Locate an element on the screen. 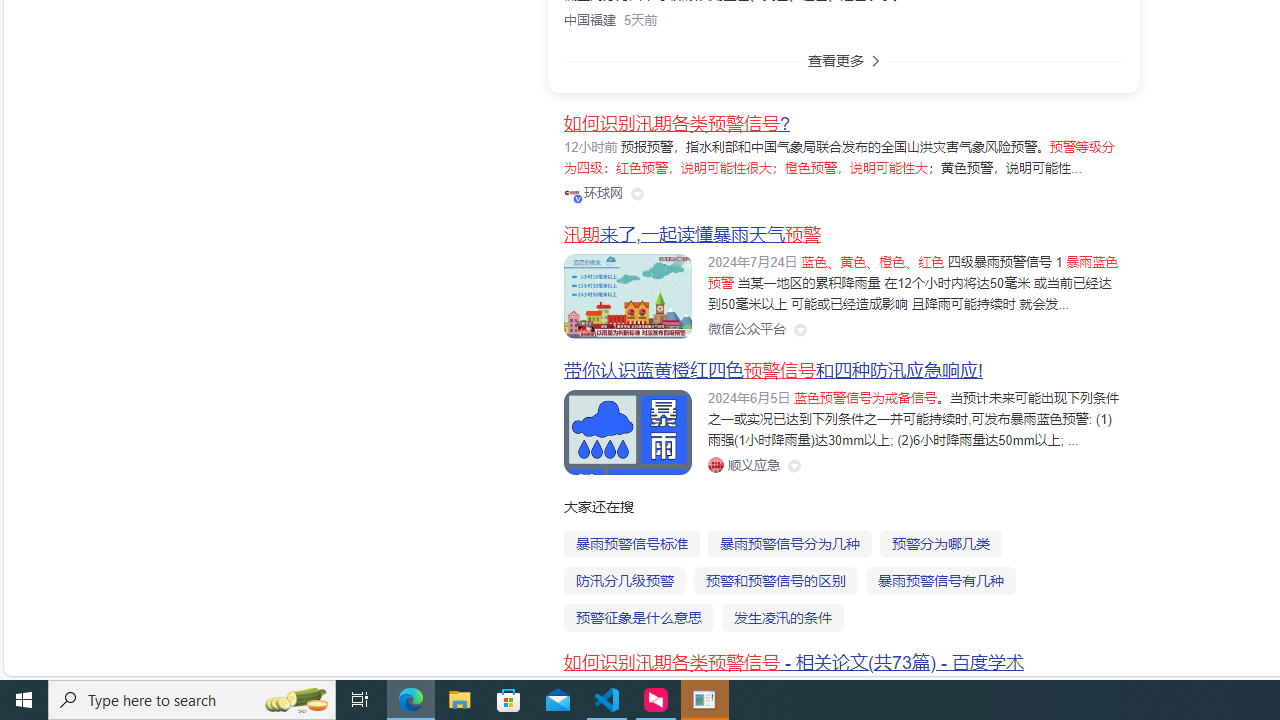 This screenshot has width=1280, height=720. 'Class: siteLink_9TPP3' is located at coordinates (742, 465).